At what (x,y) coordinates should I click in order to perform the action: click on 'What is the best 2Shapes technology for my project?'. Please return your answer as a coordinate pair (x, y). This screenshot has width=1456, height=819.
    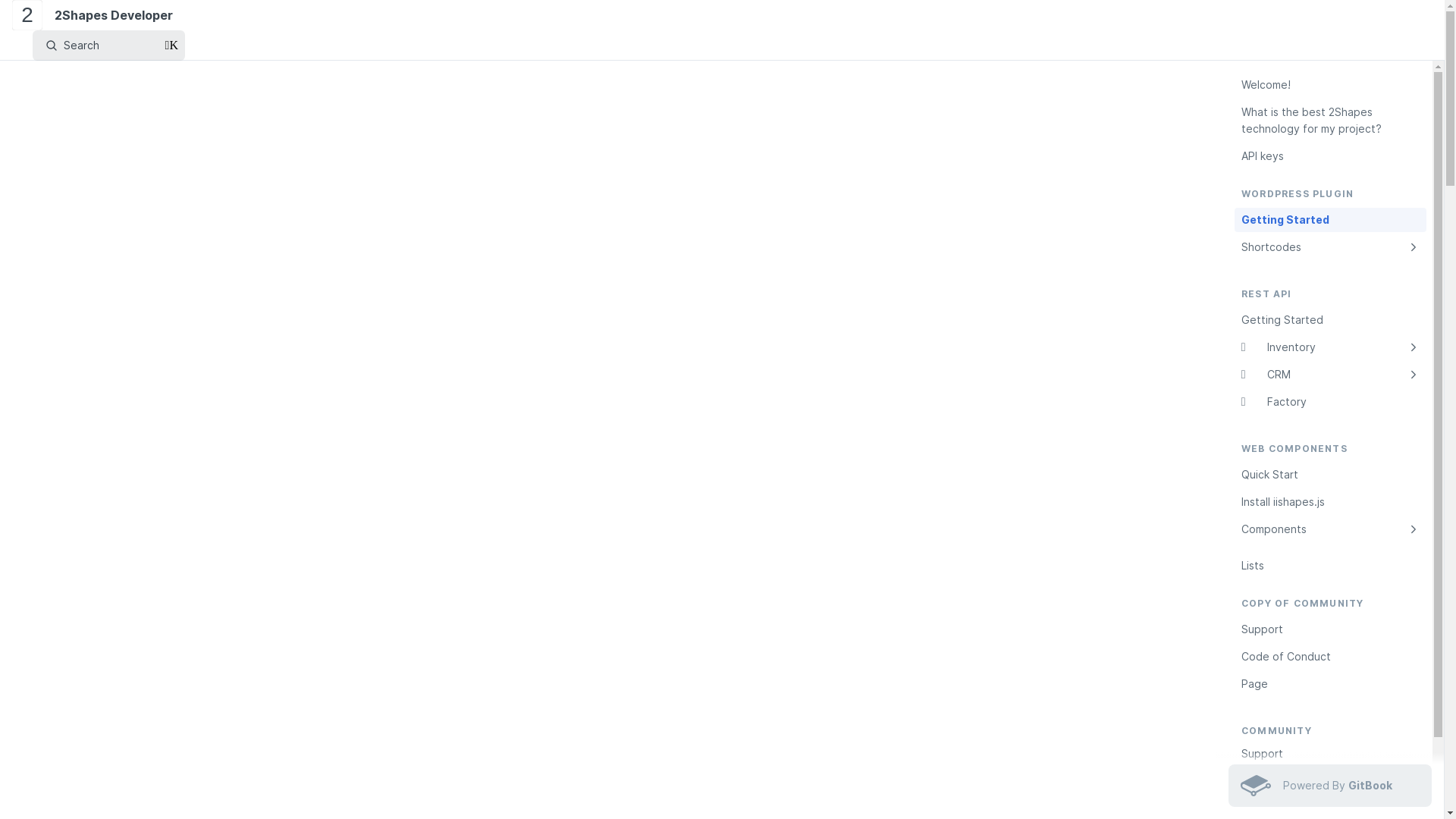
    Looking at the image, I should click on (1329, 119).